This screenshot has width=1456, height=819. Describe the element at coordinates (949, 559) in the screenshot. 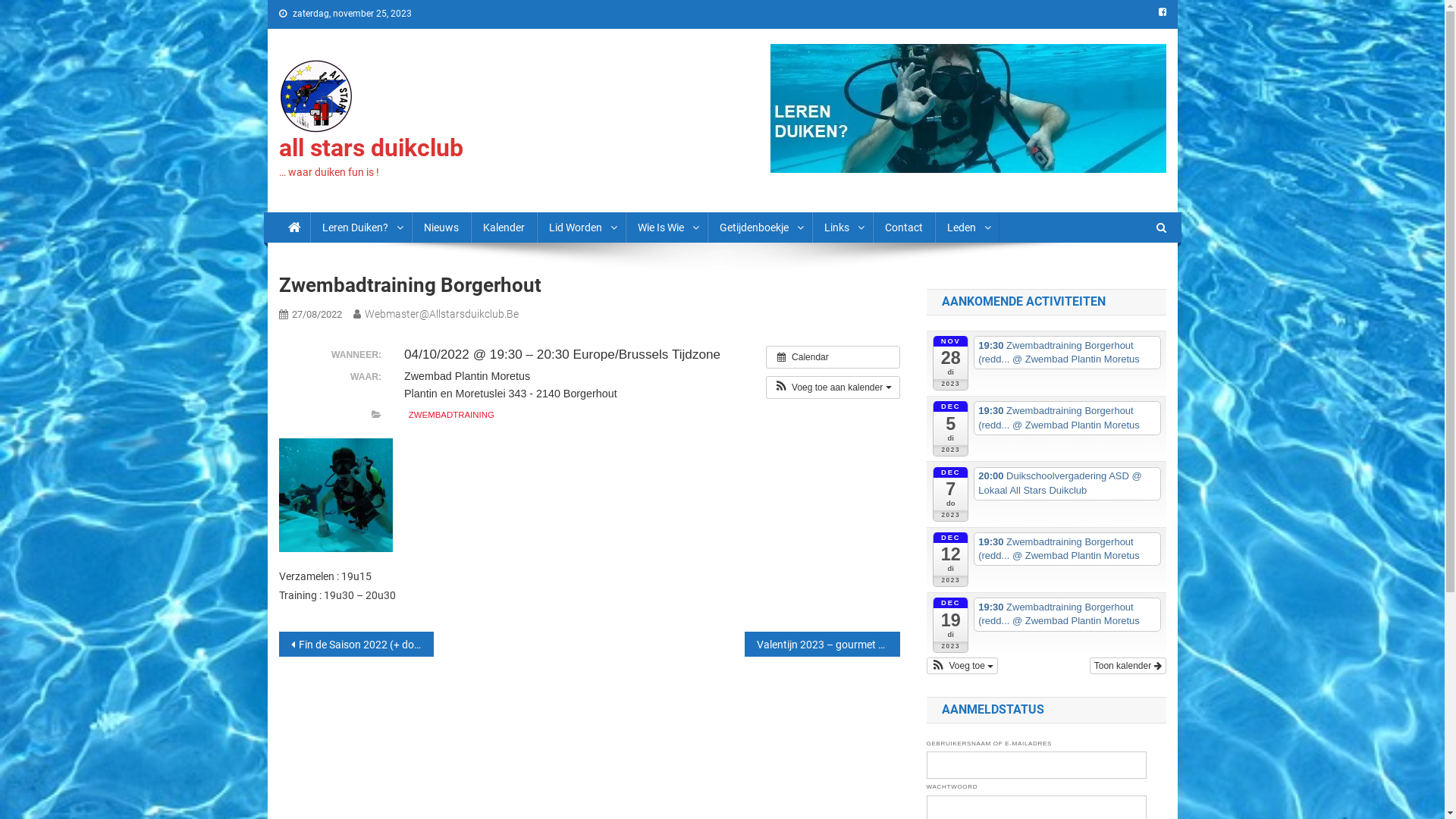

I see `'DEC` at that location.